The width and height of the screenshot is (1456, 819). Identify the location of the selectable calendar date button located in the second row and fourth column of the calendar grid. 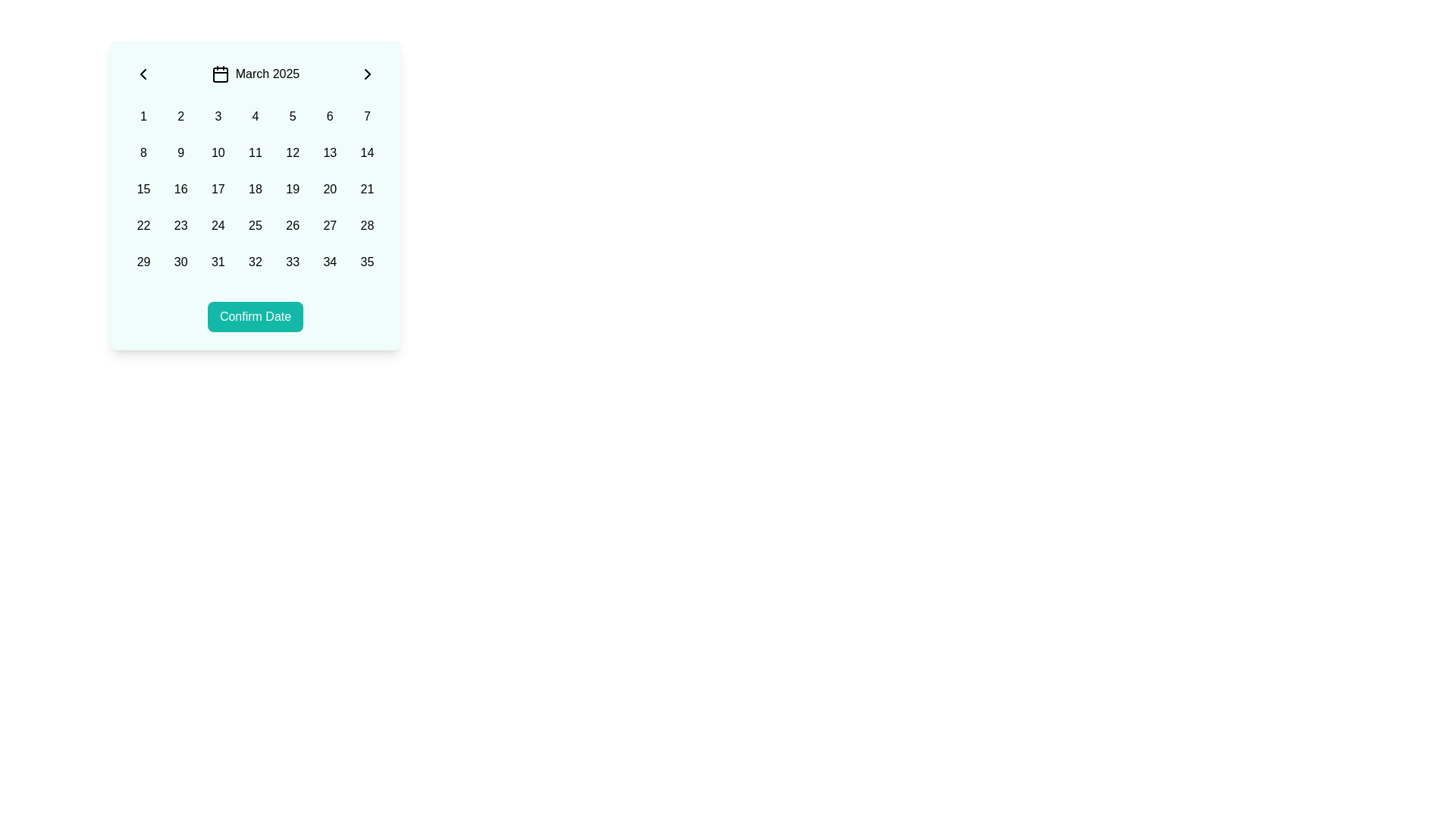
(255, 152).